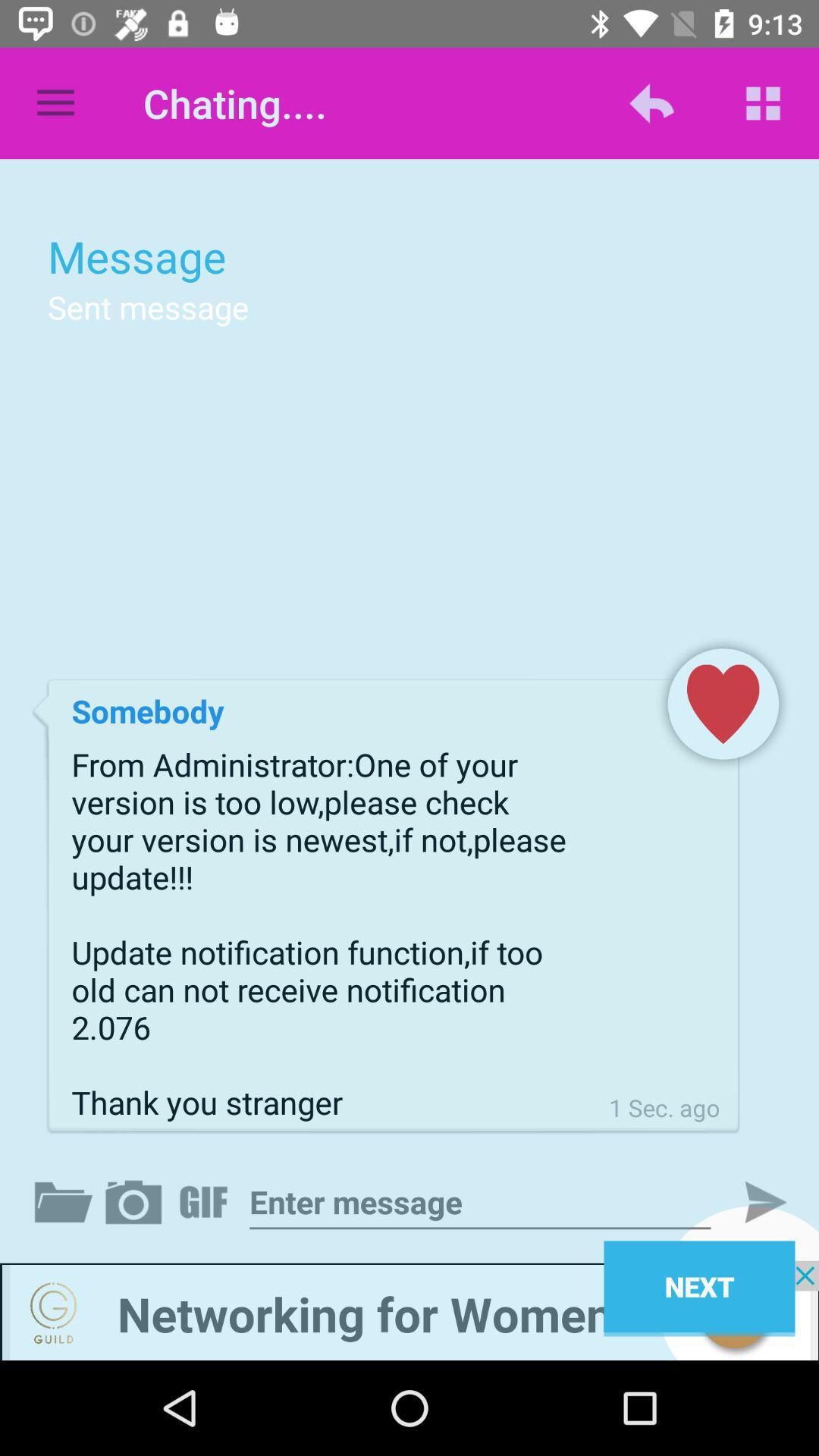 The image size is (819, 1456). Describe the element at coordinates (136, 1201) in the screenshot. I see `takes screen shot` at that location.